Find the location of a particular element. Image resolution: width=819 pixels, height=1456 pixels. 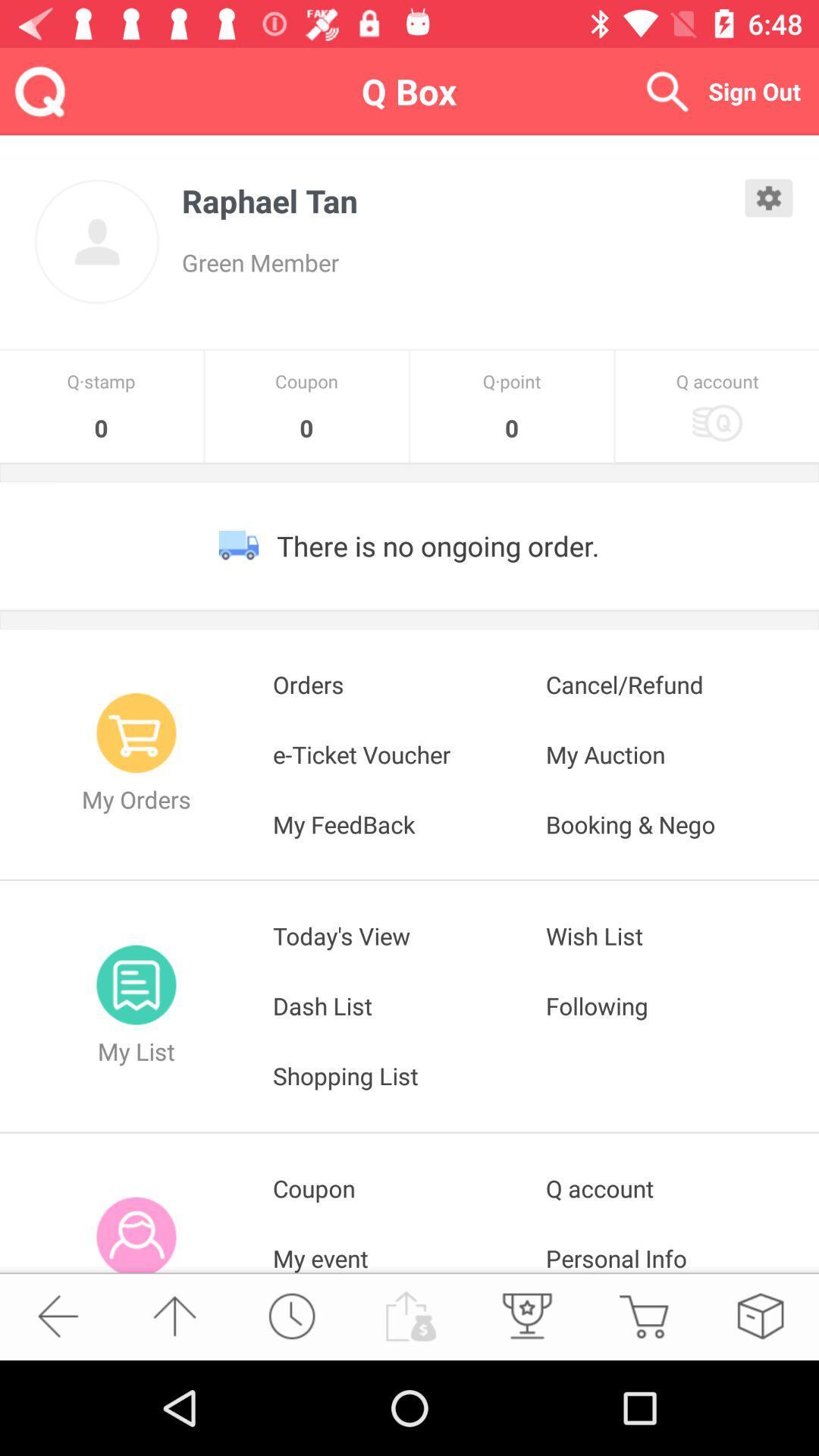

the app above green member icon is located at coordinates (463, 199).